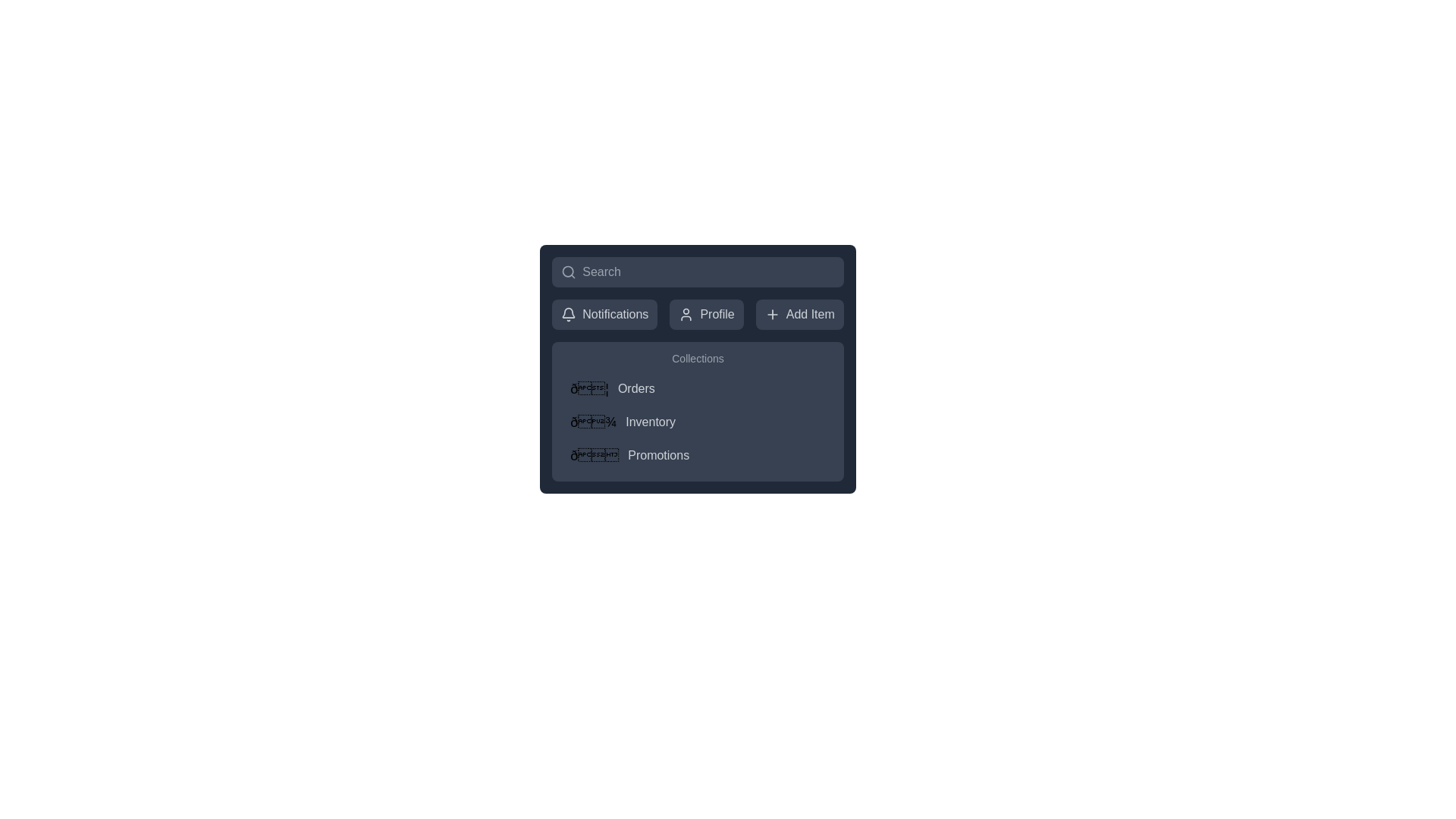  I want to click on the 'Add Item' button, which is a rectangular button with a dark gray background and a white plus icon, located under the top navigation section as the third button from the left, so click(799, 314).